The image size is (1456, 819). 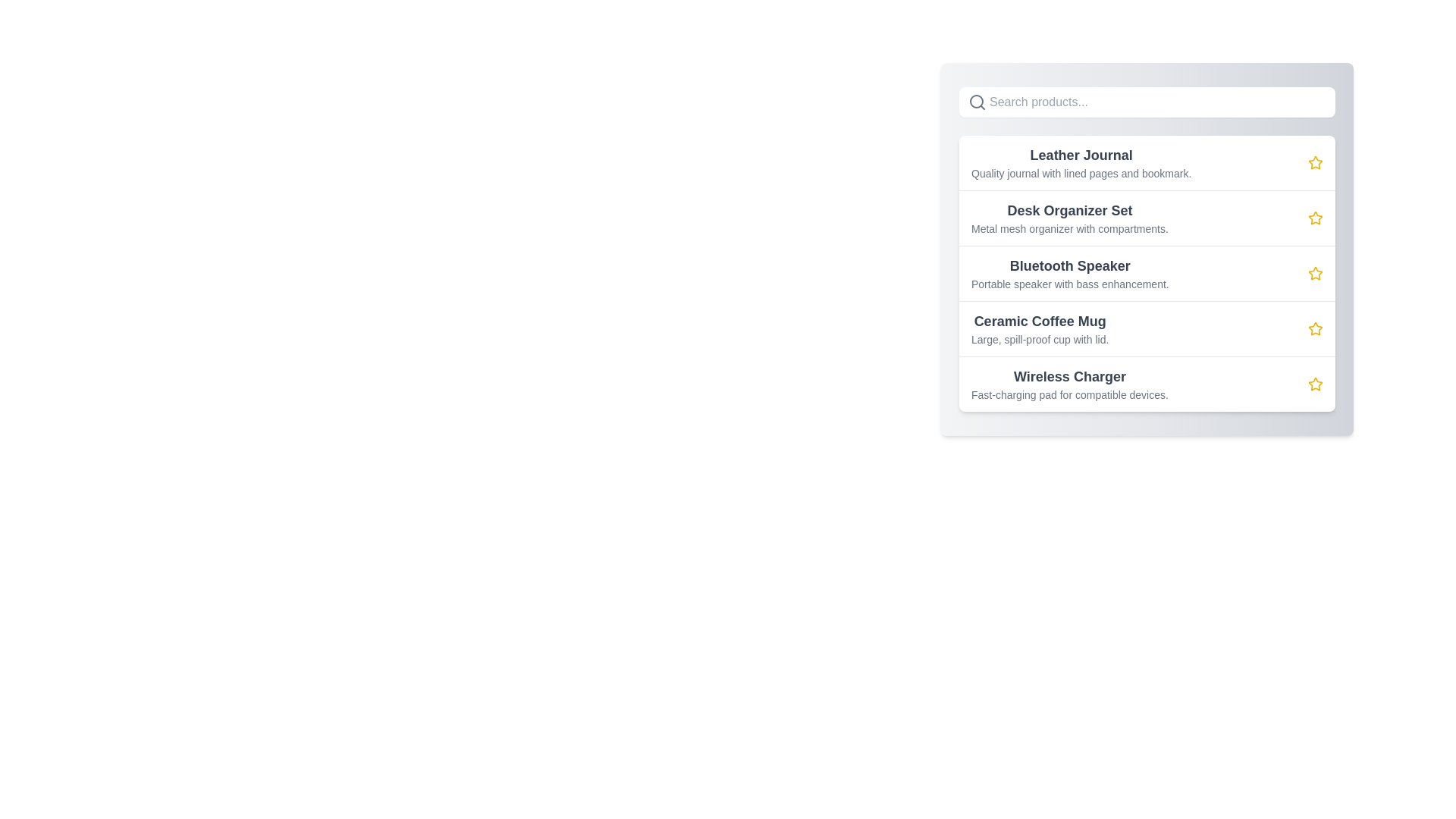 What do you see at coordinates (1314, 163) in the screenshot?
I see `the yellow star icon with a hollowed-out center, located to the far right of the 'Leather Journal' label` at bounding box center [1314, 163].